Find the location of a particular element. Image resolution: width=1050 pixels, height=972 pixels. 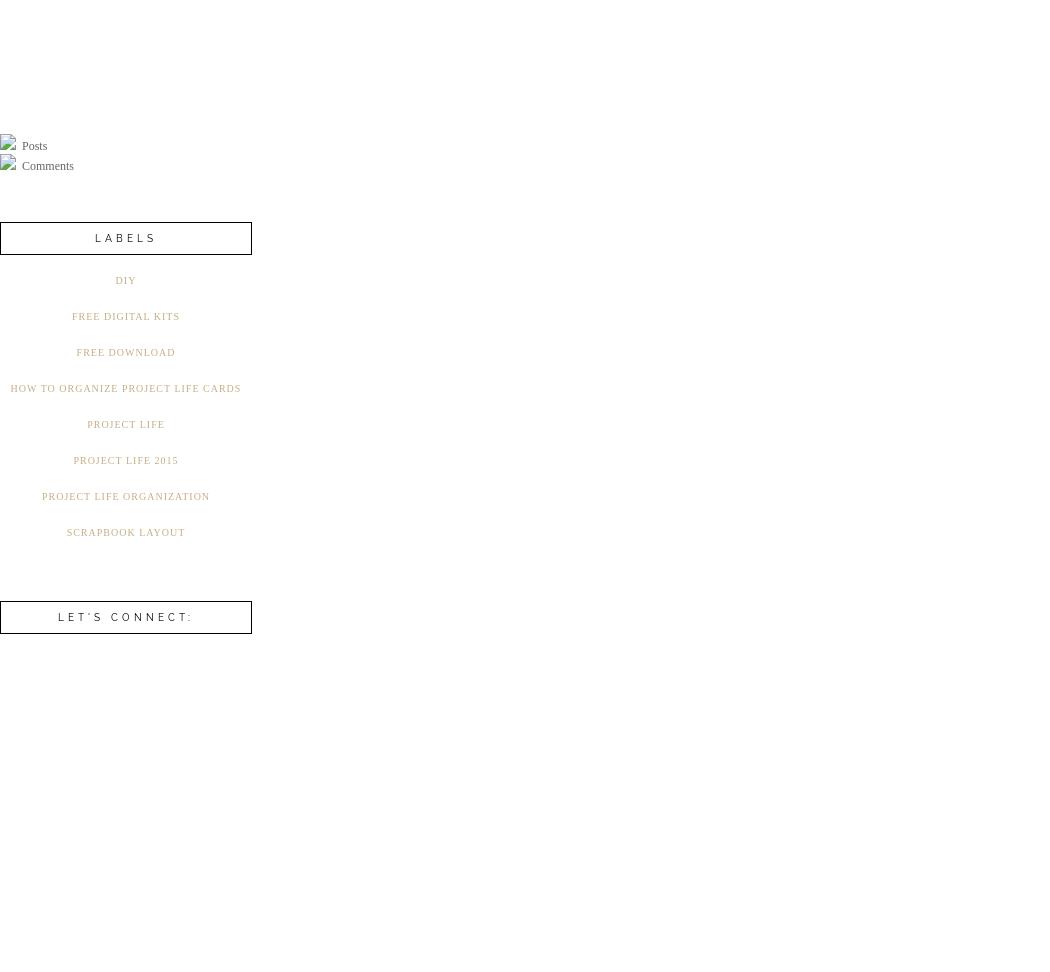

'Comments' is located at coordinates (45, 166).